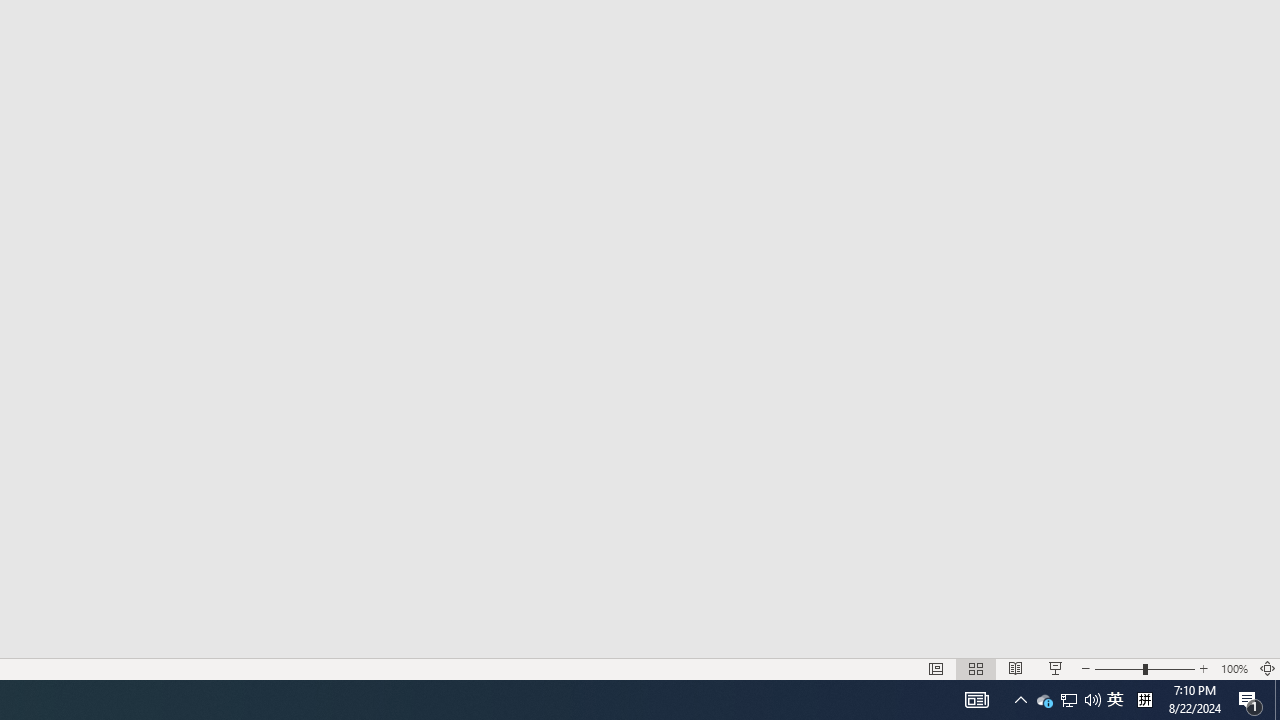 This screenshot has height=720, width=1280. Describe the element at coordinates (1055, 669) in the screenshot. I see `'Slide Show'` at that location.